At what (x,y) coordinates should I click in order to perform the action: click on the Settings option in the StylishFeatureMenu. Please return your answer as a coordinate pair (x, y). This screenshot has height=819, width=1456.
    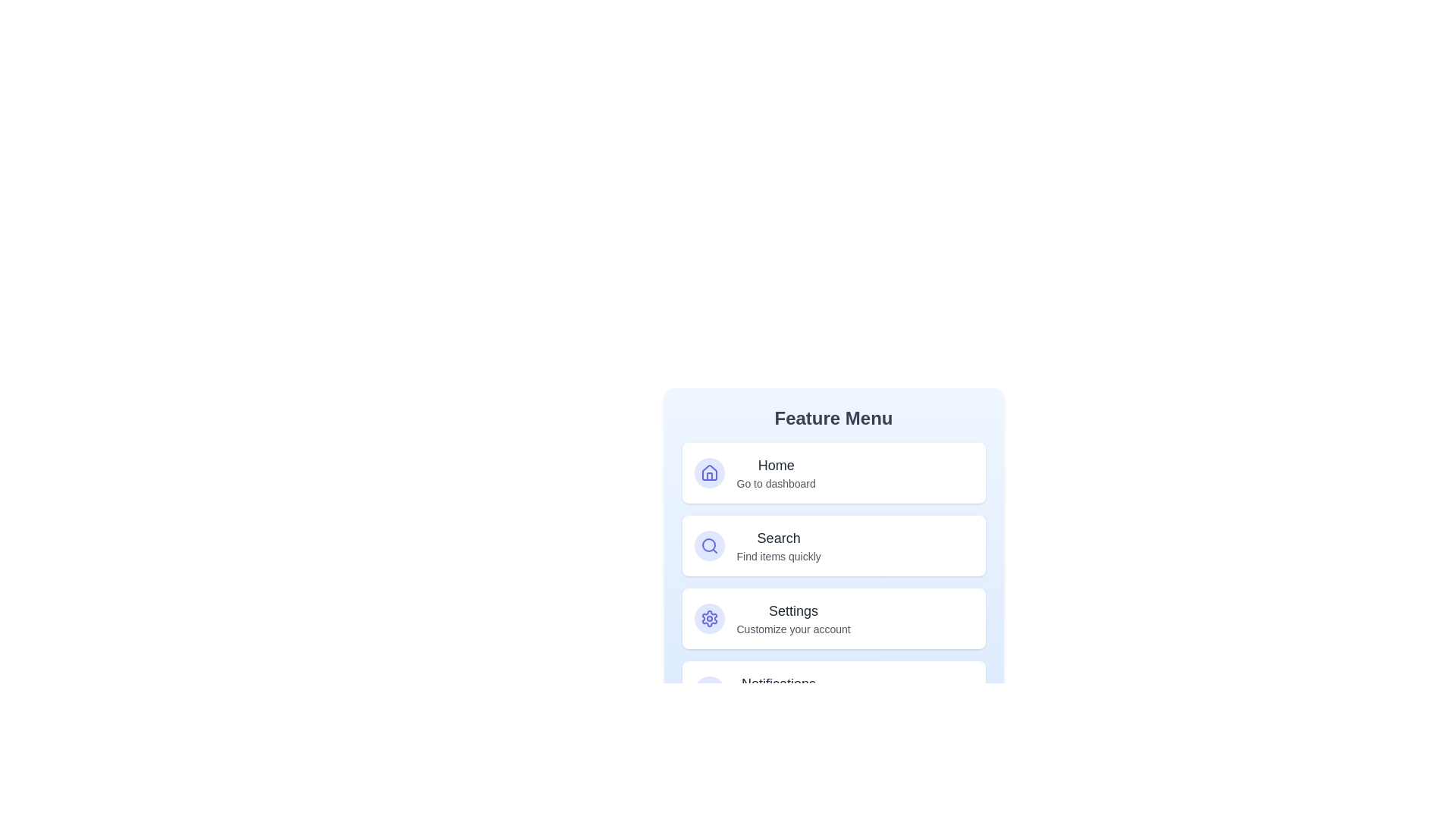
    Looking at the image, I should click on (833, 619).